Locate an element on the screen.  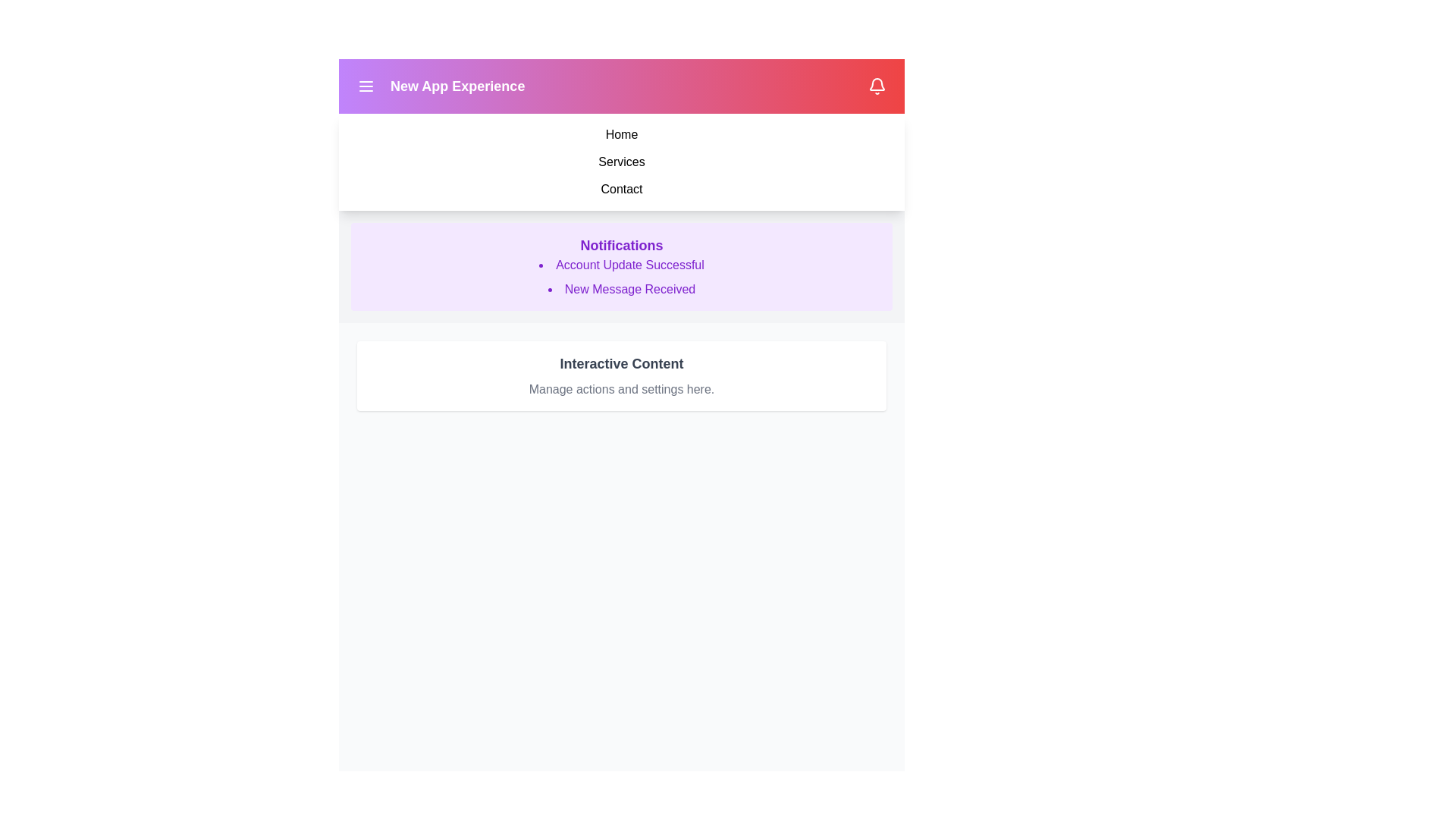
the menu item Services from the navigation menu is located at coordinates (622, 162).